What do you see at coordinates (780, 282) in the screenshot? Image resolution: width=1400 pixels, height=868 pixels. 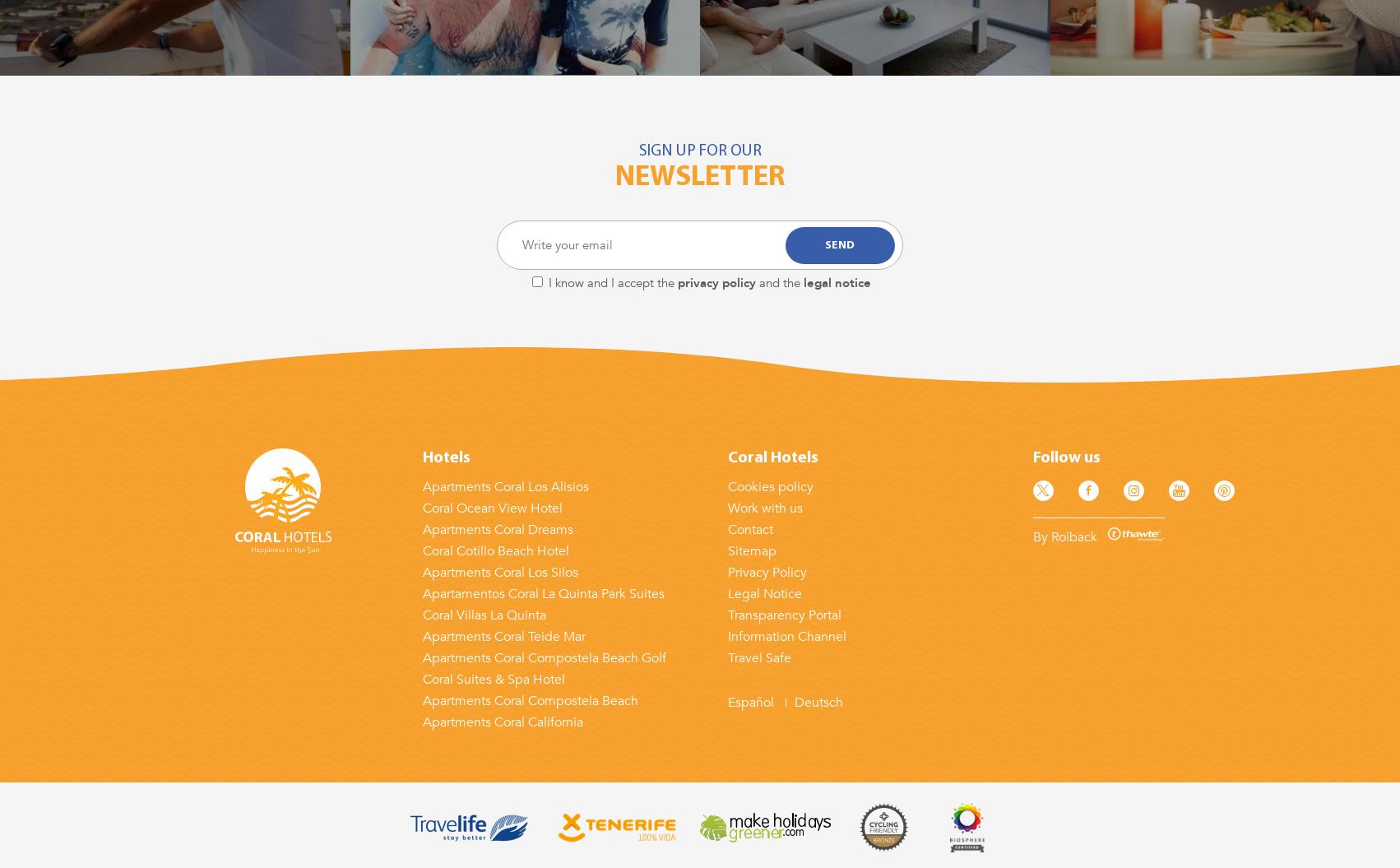 I see `'and the'` at bounding box center [780, 282].